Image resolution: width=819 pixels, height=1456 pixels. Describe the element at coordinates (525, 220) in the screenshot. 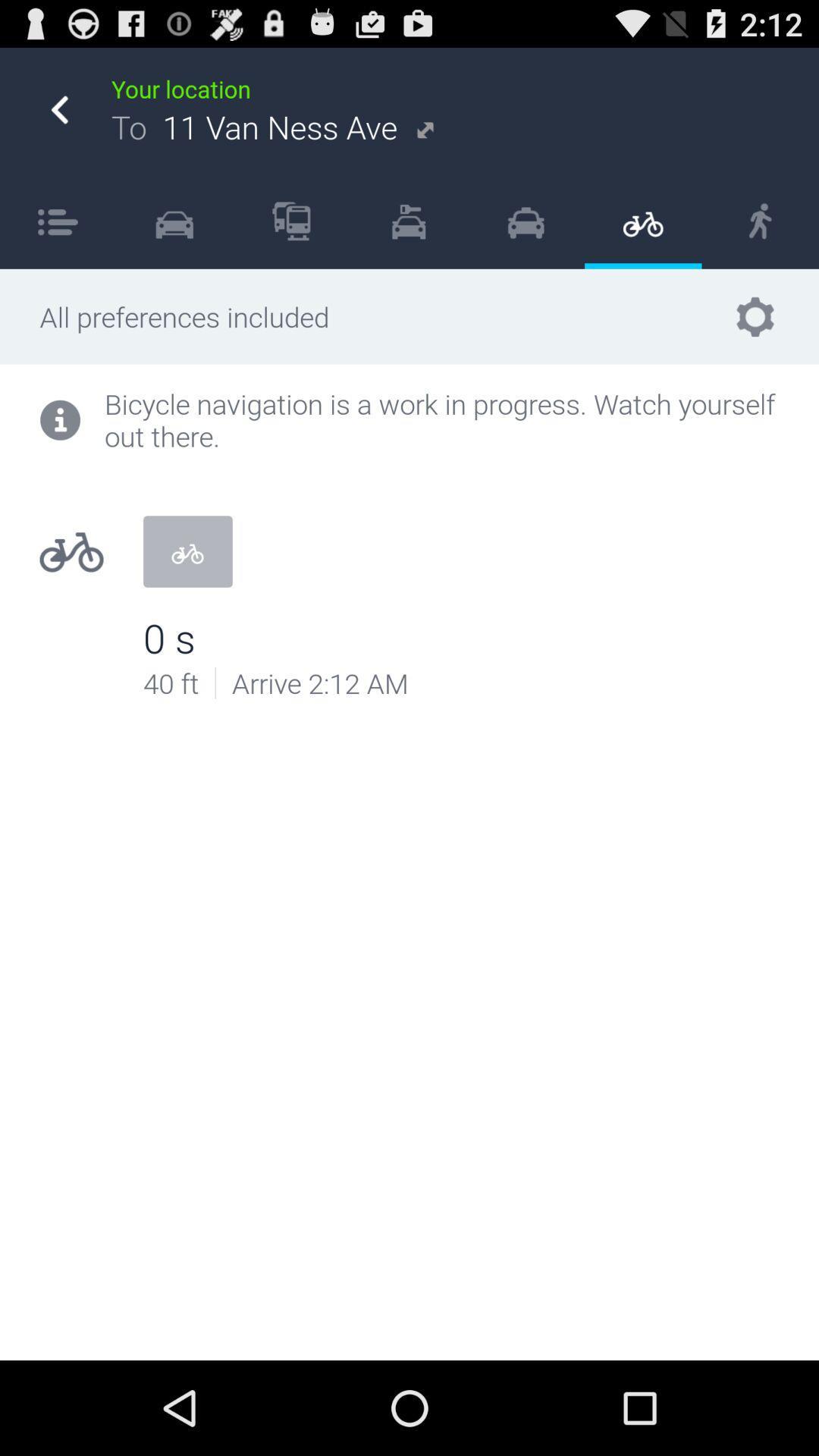

I see `icon next to   item` at that location.